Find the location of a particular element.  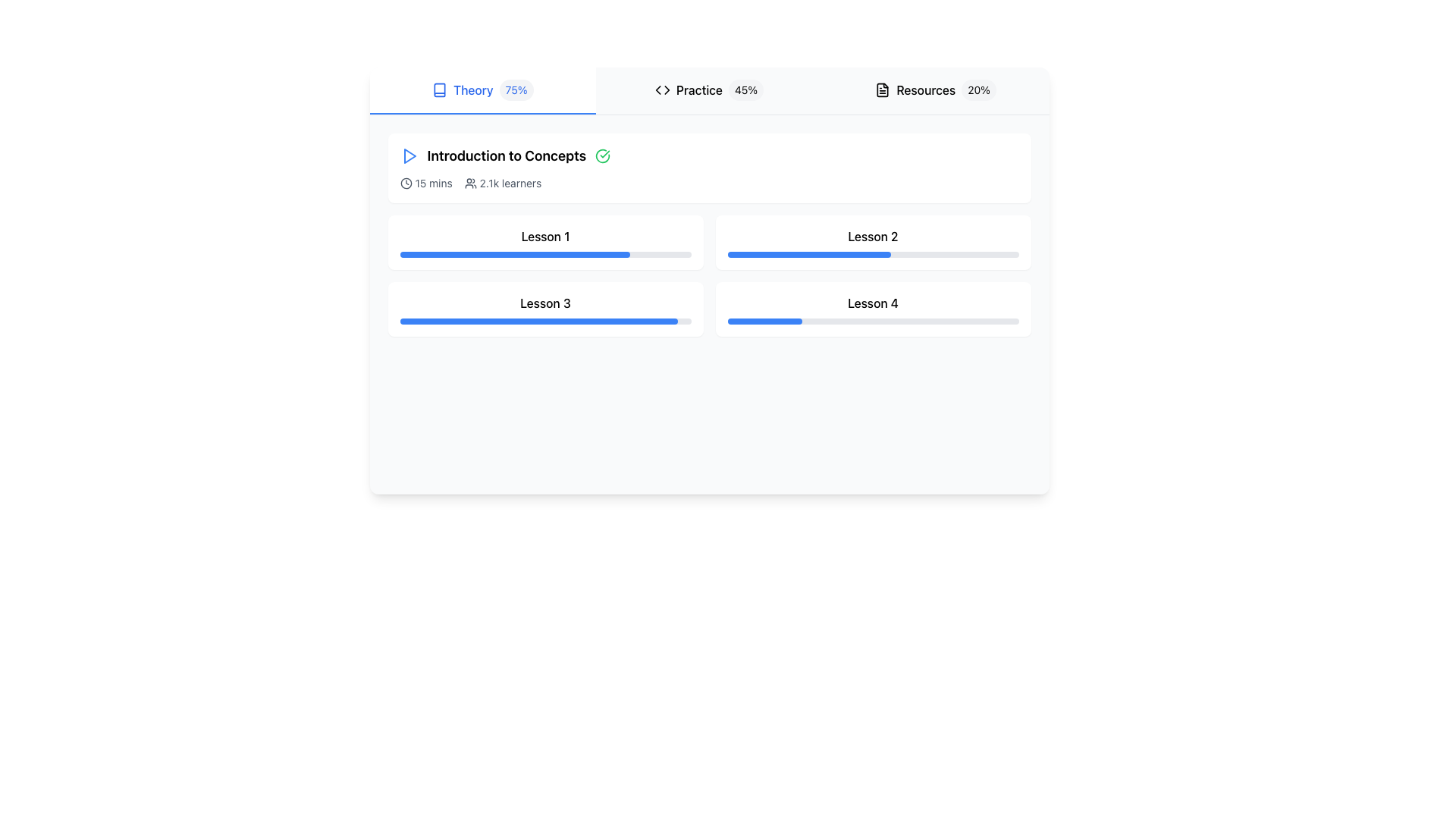

the rectangular badge with rounded edges displaying '45%' in black text, located within the 'Practice' section of the interface is located at coordinates (745, 90).